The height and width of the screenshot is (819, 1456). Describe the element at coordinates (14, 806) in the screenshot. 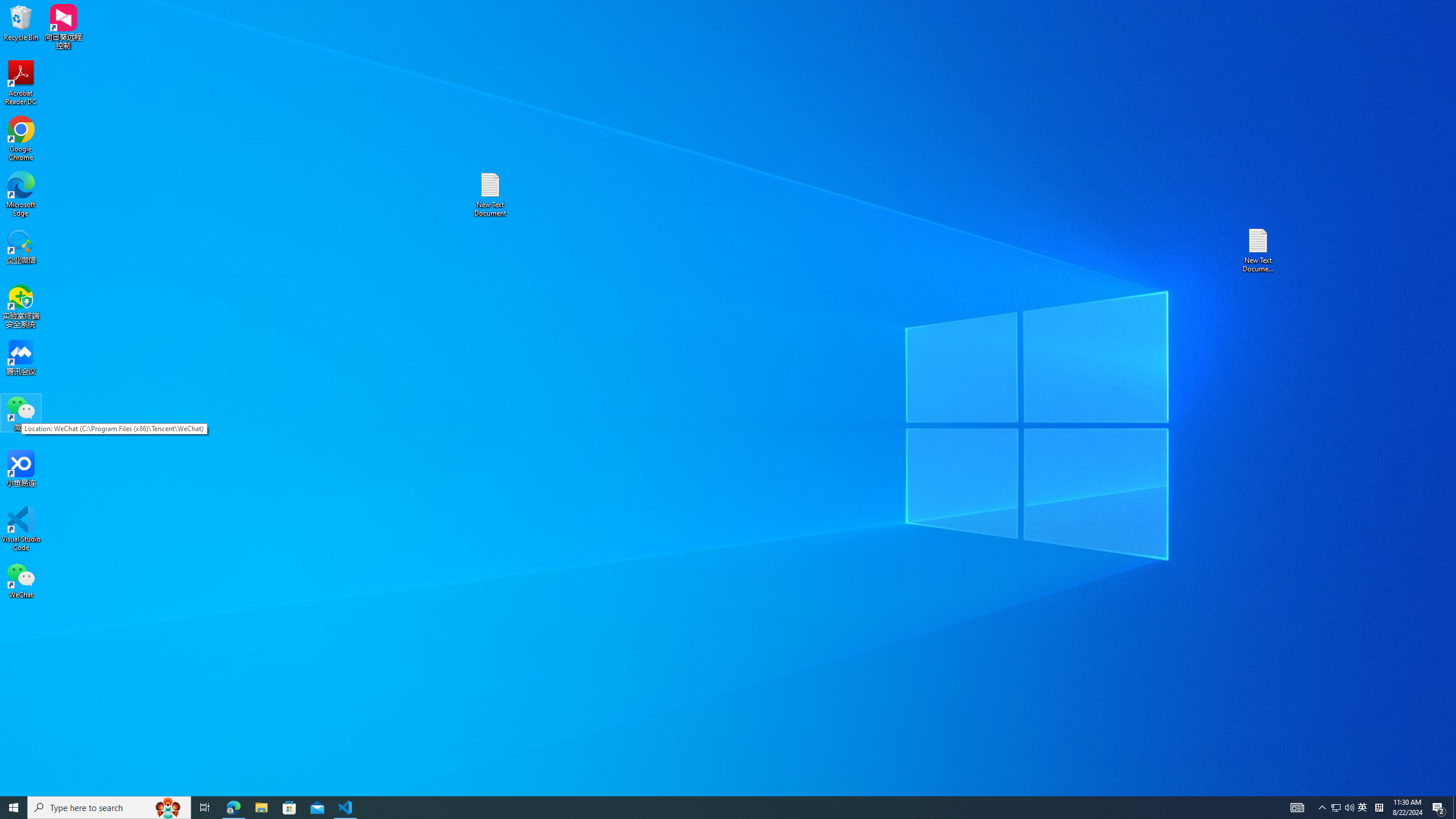

I see `'Start'` at that location.